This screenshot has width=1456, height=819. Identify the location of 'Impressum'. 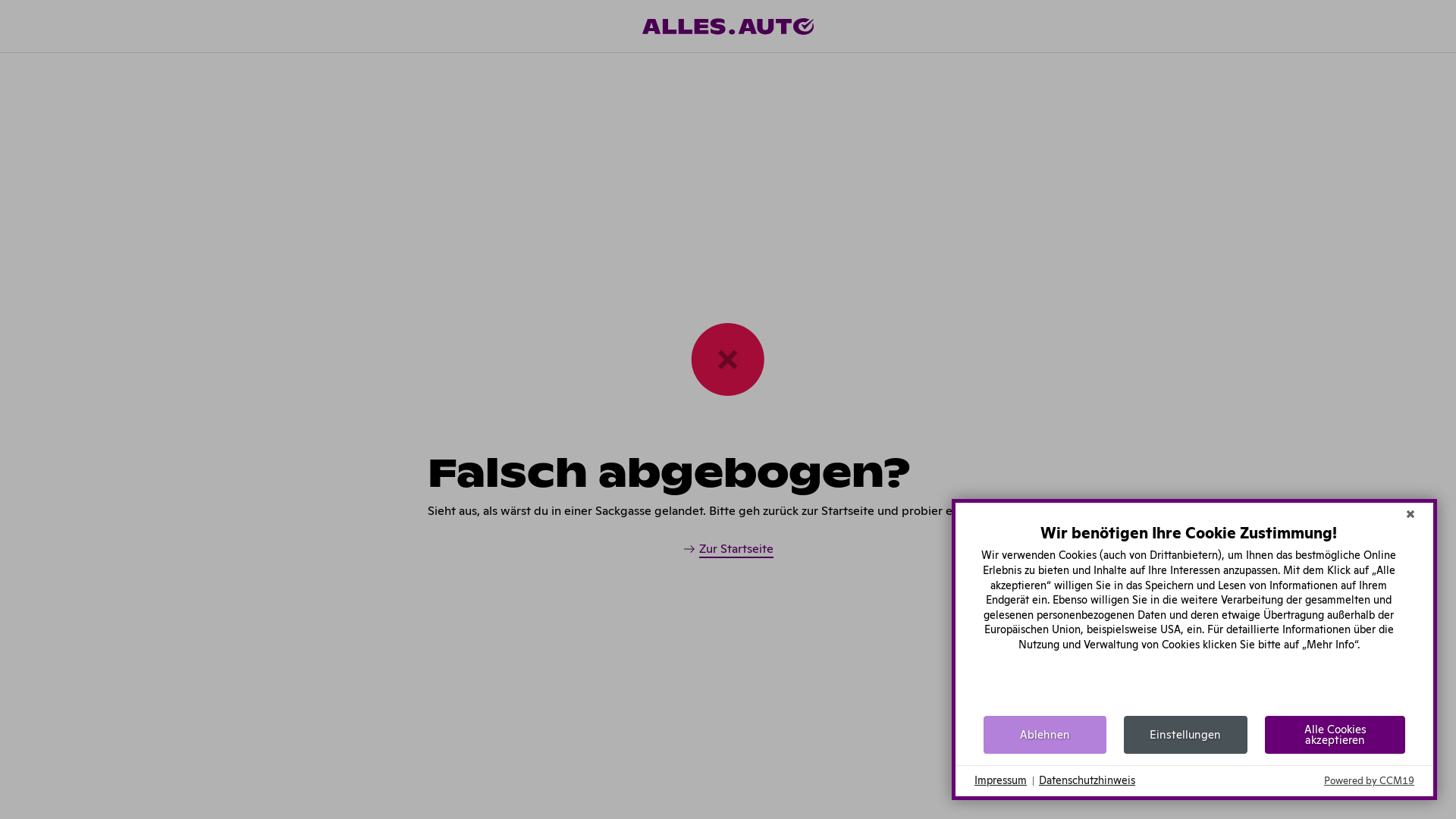
(1000, 780).